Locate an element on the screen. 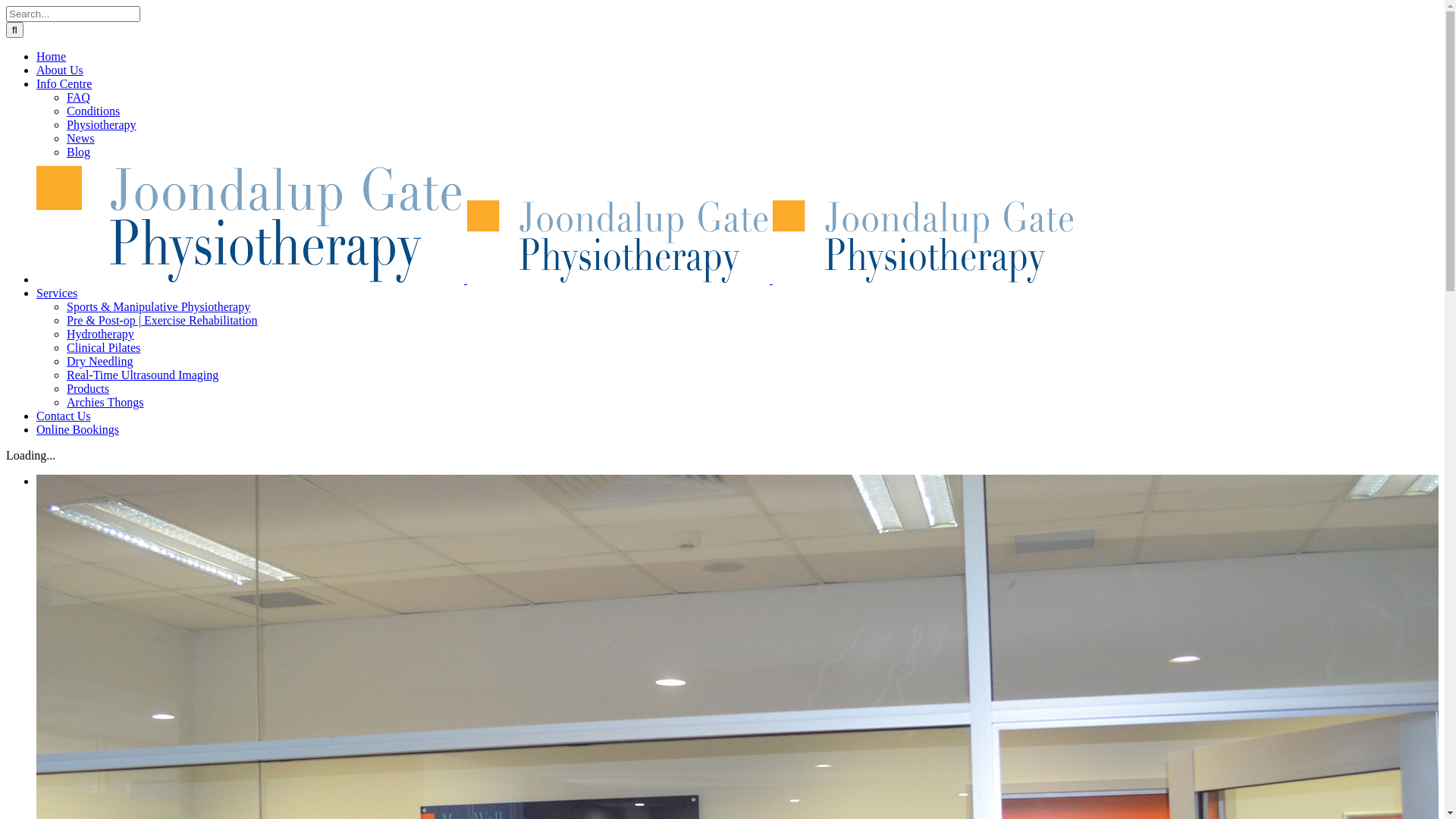  'Pre & Post-op | Exercise Rehabilitation' is located at coordinates (162, 319).